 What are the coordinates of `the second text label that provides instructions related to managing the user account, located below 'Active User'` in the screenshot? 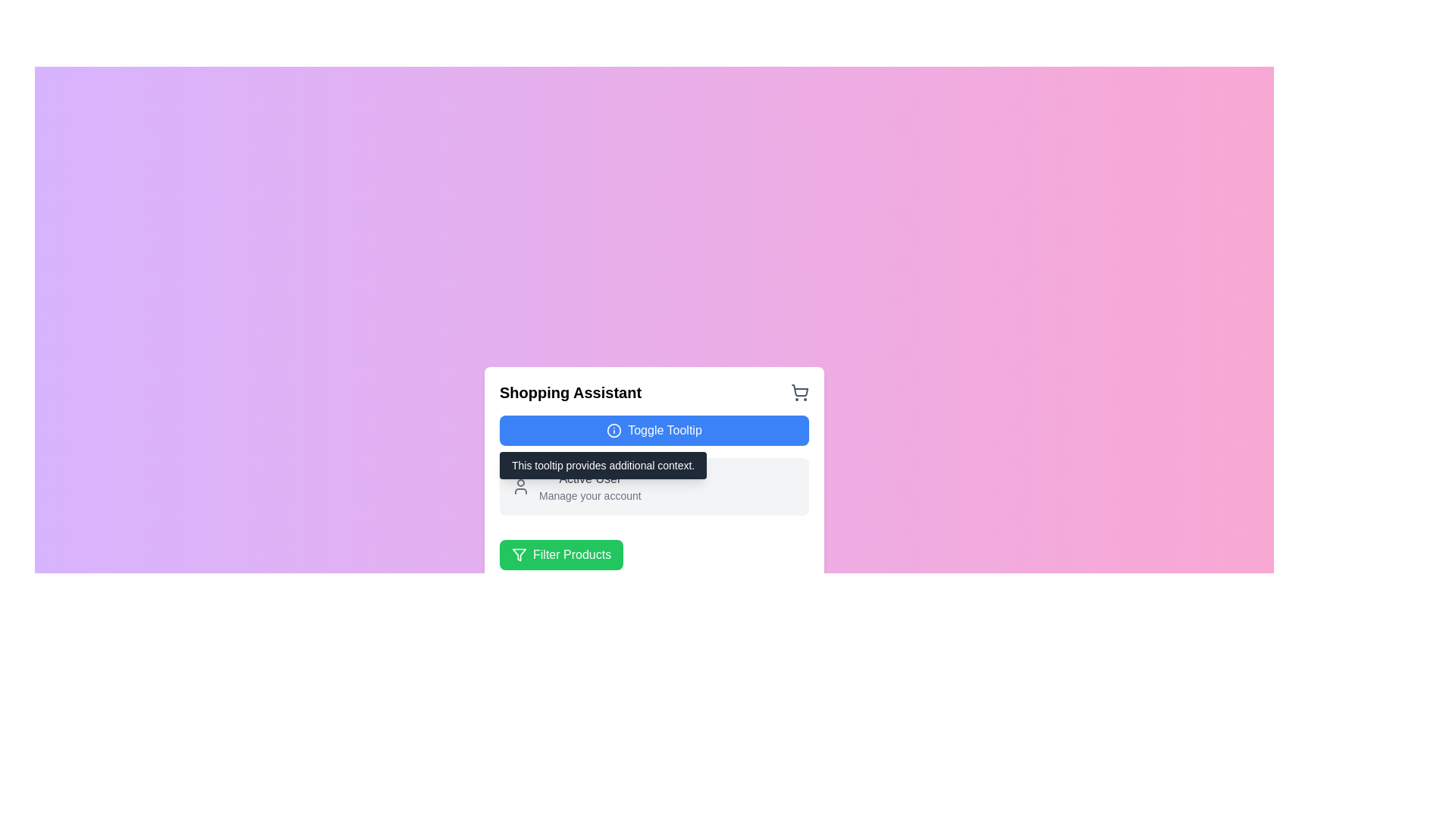 It's located at (589, 496).